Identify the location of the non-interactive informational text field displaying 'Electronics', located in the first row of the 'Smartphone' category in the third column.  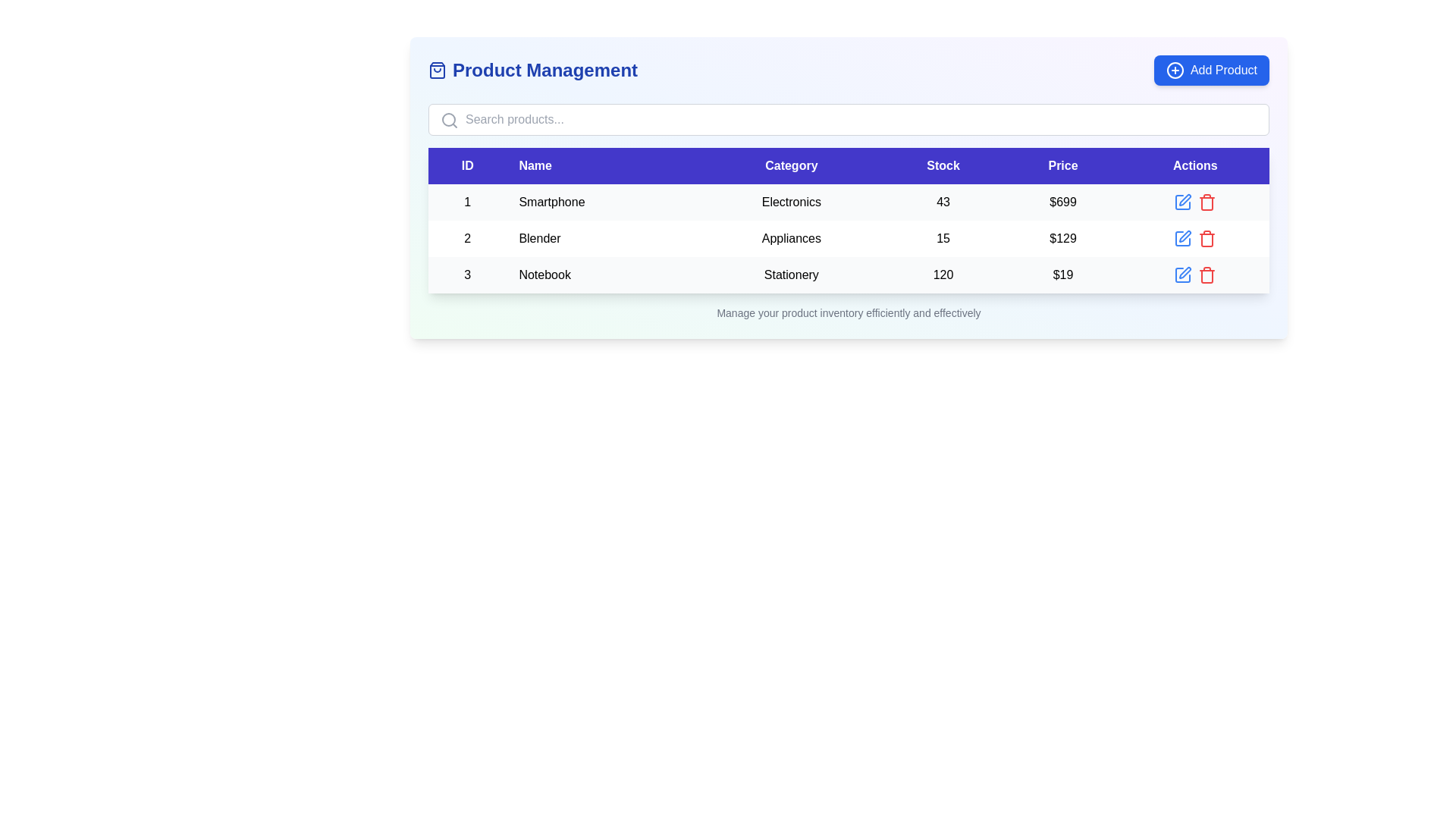
(790, 201).